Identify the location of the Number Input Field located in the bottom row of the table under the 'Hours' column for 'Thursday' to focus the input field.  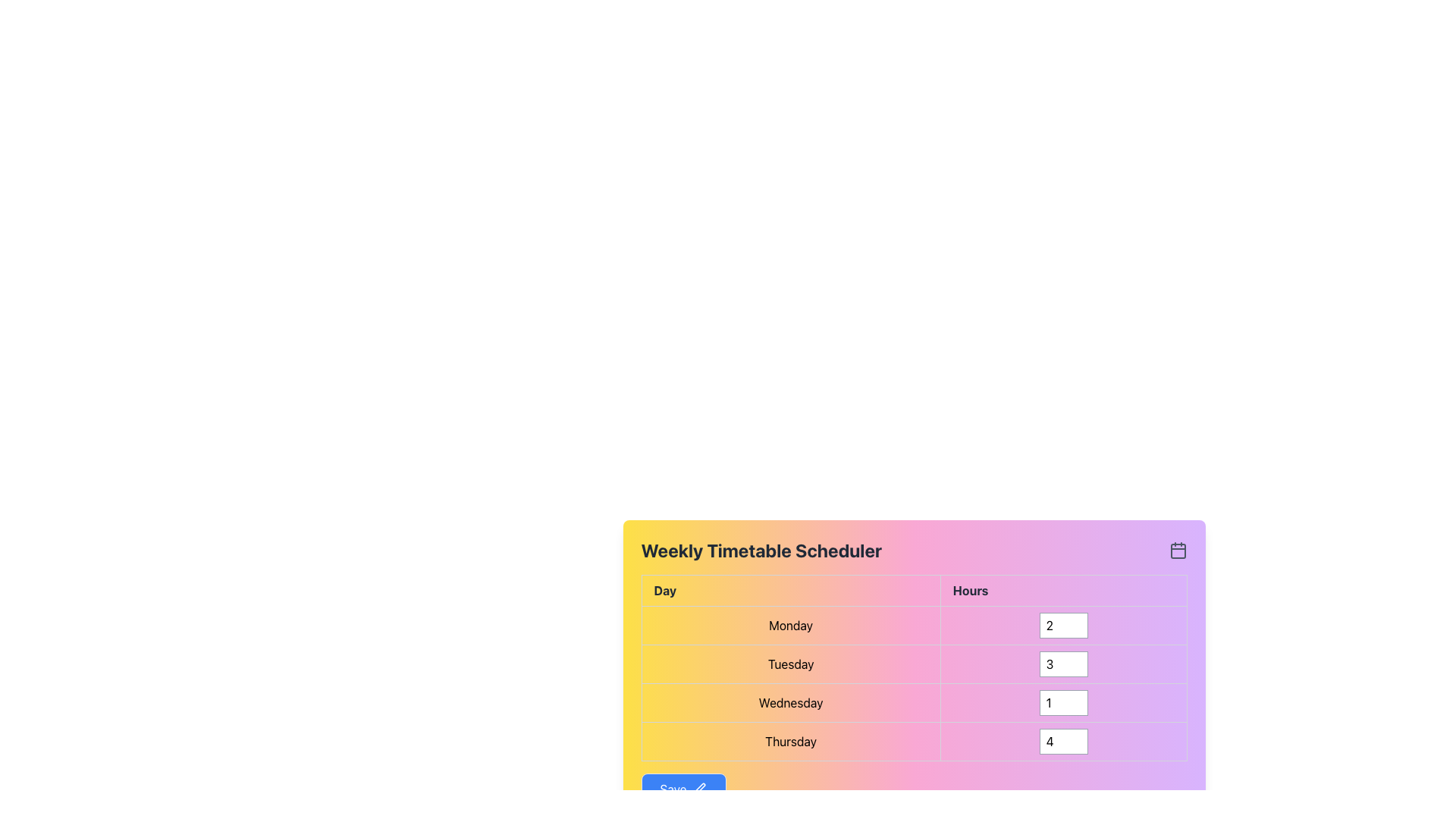
(1062, 741).